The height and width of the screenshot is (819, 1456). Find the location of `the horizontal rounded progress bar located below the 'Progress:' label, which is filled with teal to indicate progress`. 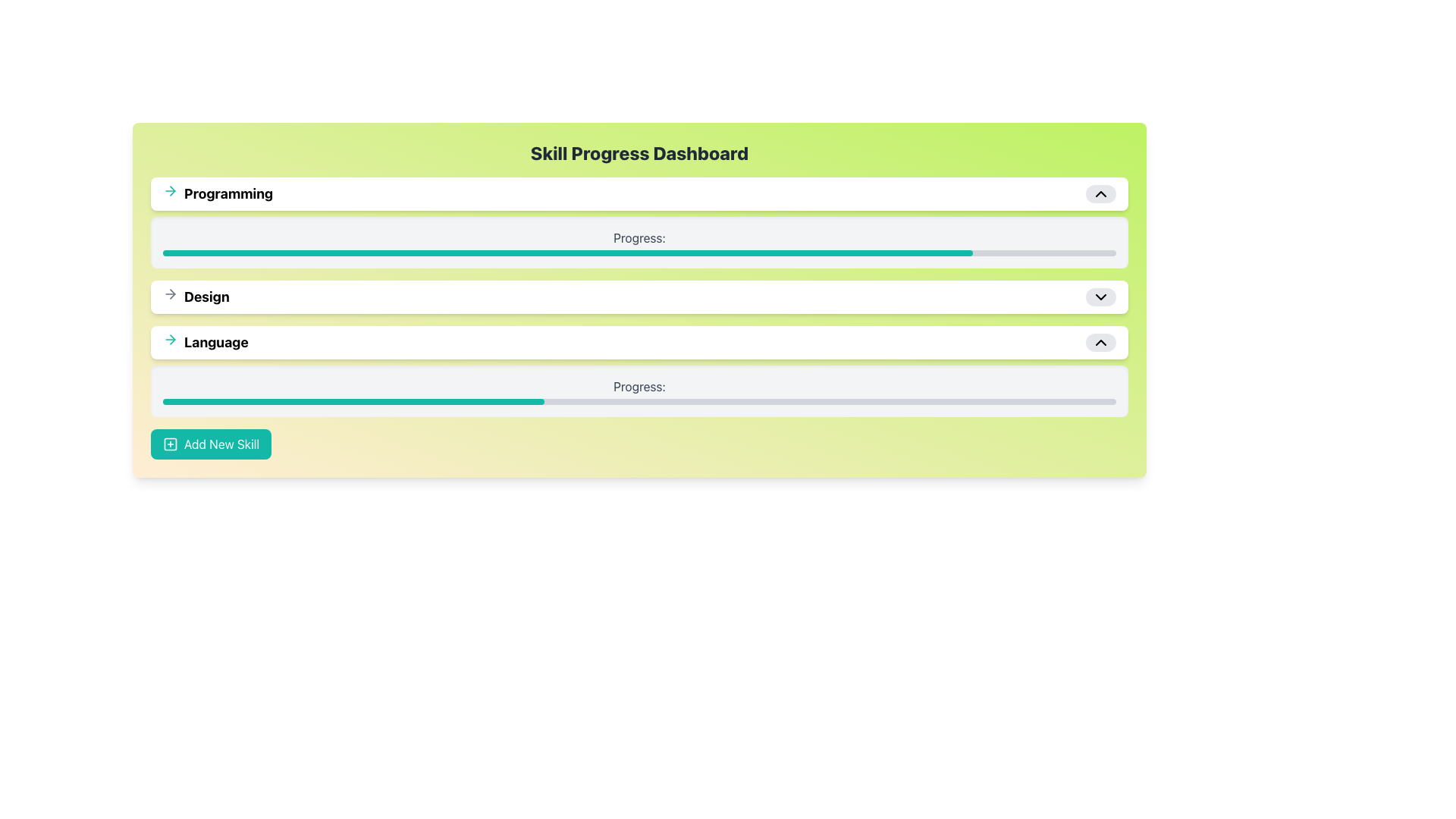

the horizontal rounded progress bar located below the 'Progress:' label, which is filled with teal to indicate progress is located at coordinates (639, 400).